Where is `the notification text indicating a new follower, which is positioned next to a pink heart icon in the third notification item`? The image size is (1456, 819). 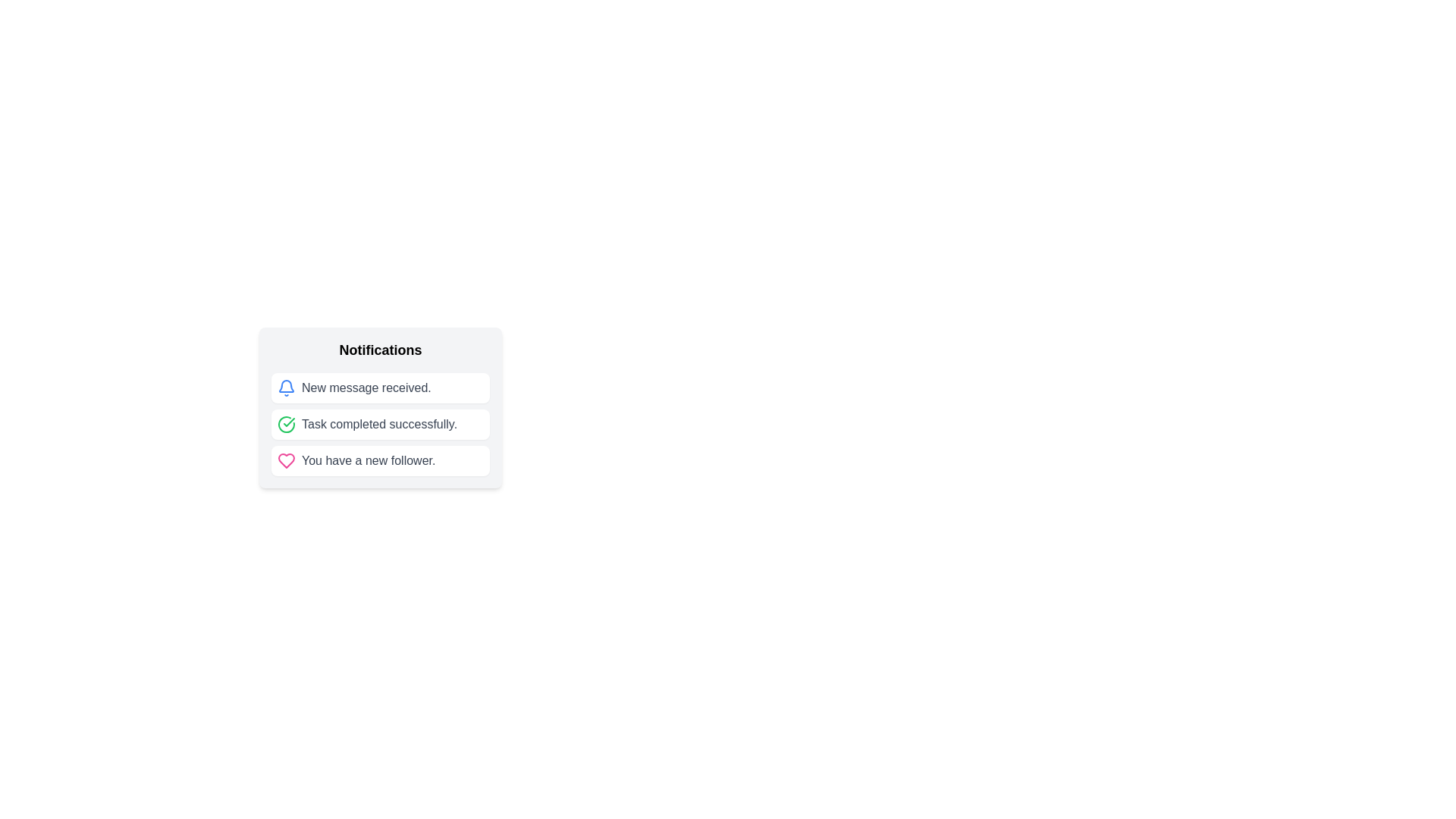
the notification text indicating a new follower, which is positioned next to a pink heart icon in the third notification item is located at coordinates (369, 460).